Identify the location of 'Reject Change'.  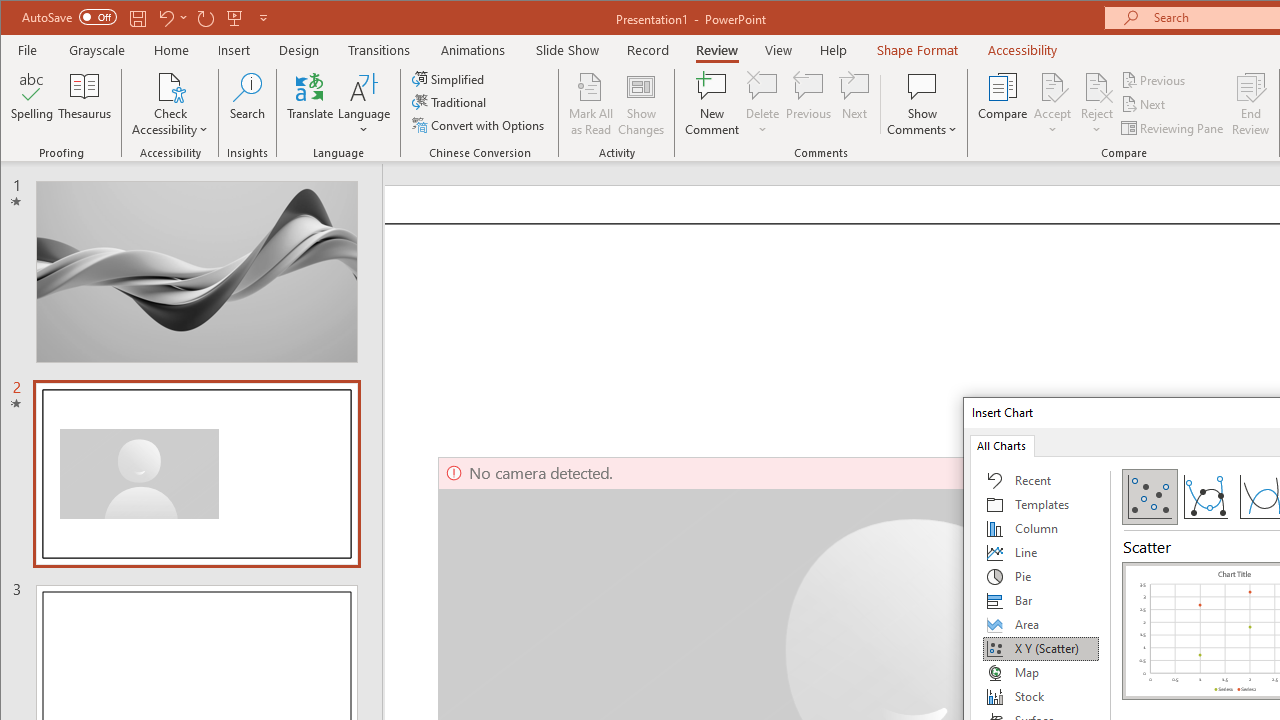
(1095, 85).